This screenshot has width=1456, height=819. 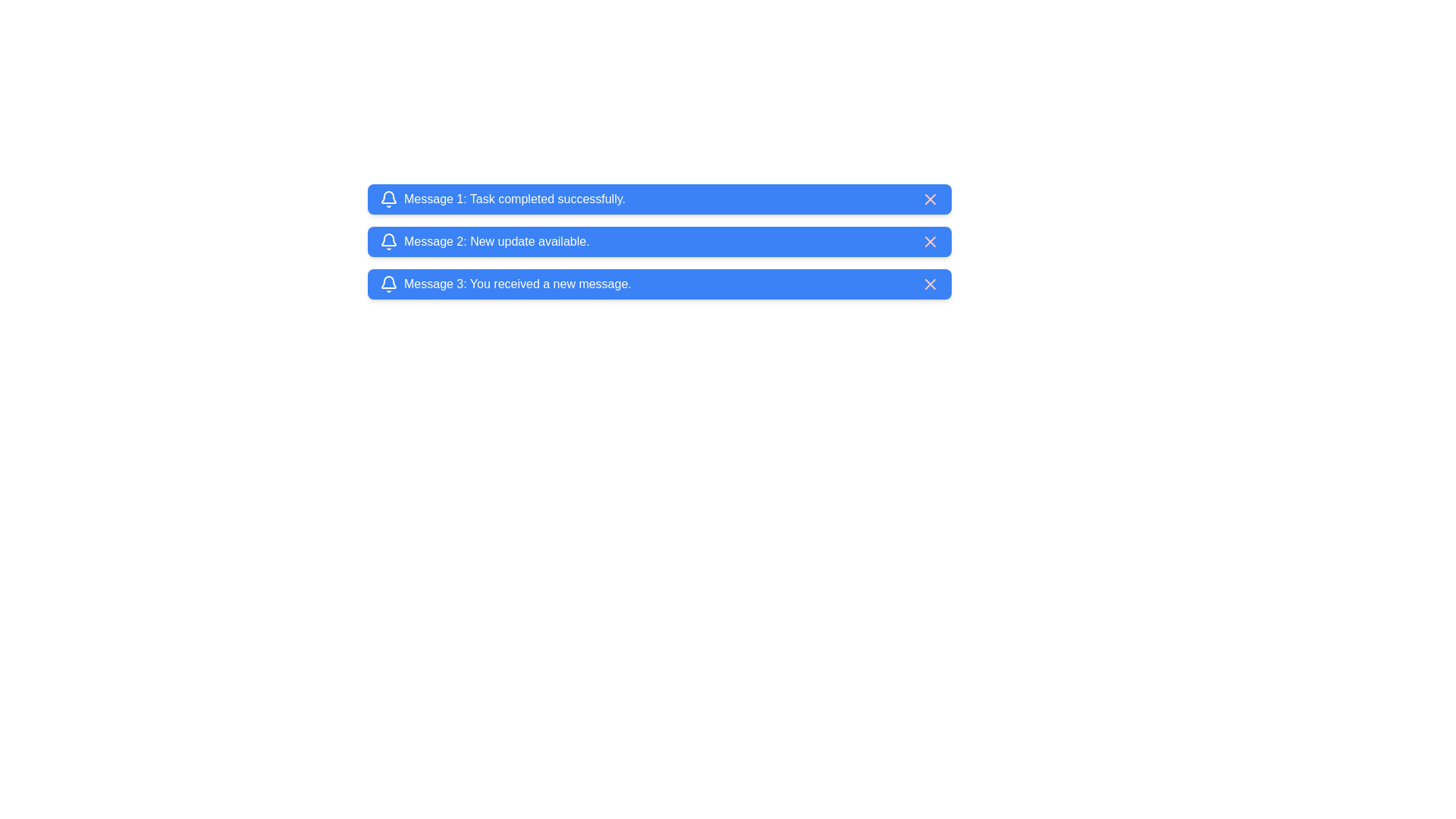 What do you see at coordinates (484, 241) in the screenshot?
I see `the second notification text label with an icon that informs the user about a new update being available` at bounding box center [484, 241].